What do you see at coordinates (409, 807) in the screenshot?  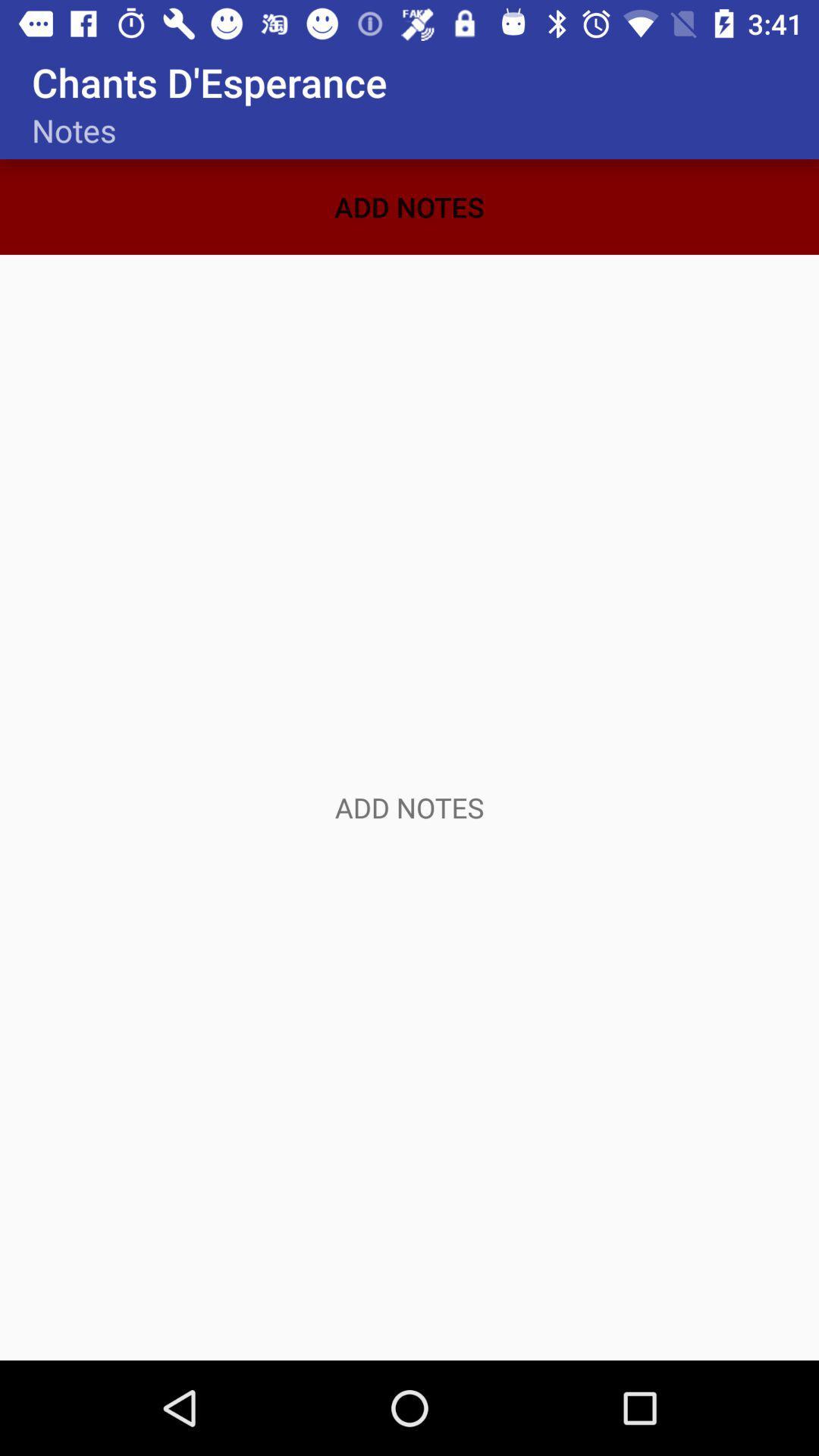 I see `notes here` at bounding box center [409, 807].